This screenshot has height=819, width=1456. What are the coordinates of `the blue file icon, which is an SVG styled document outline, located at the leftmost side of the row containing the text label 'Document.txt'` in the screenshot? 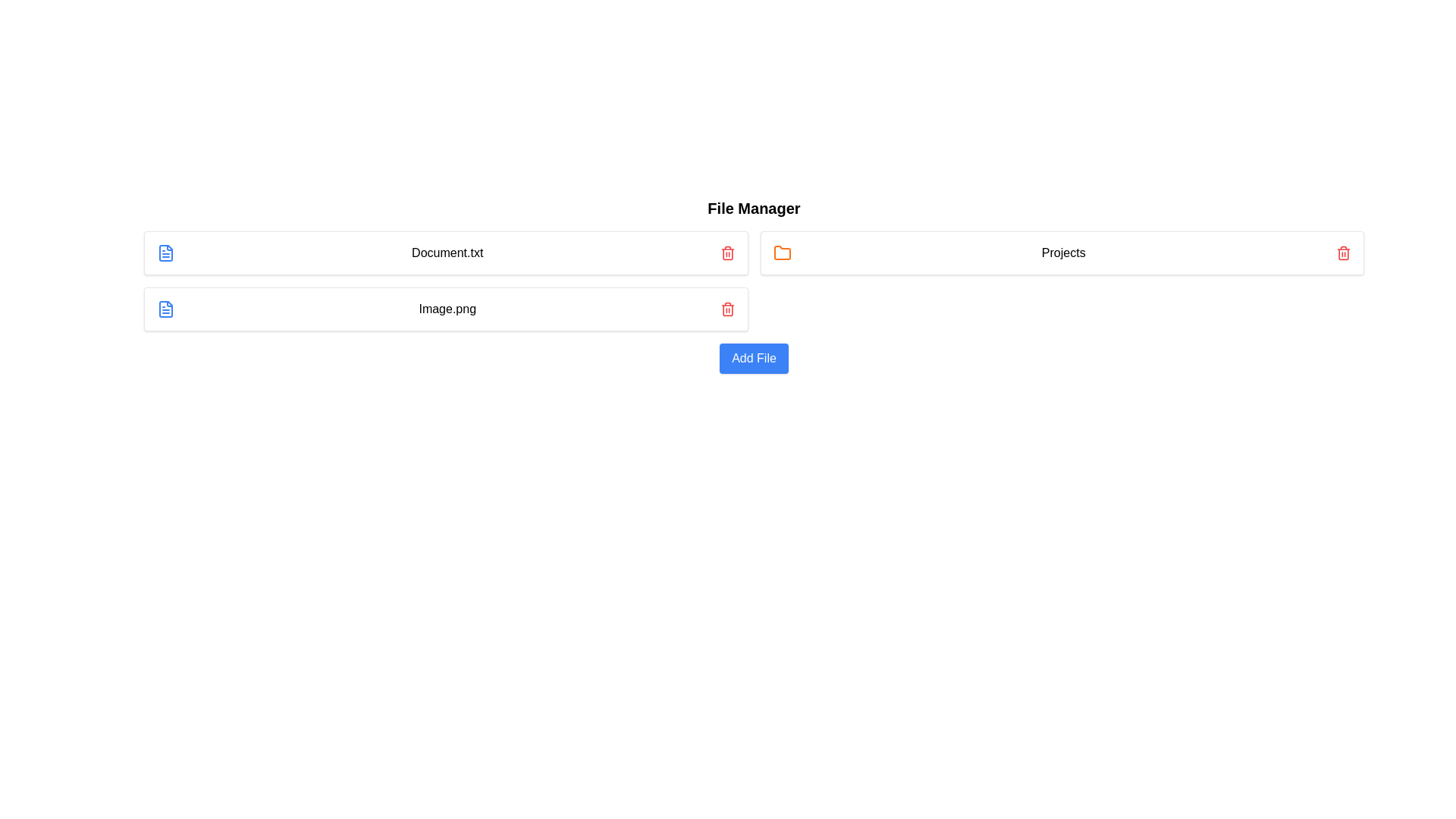 It's located at (166, 253).